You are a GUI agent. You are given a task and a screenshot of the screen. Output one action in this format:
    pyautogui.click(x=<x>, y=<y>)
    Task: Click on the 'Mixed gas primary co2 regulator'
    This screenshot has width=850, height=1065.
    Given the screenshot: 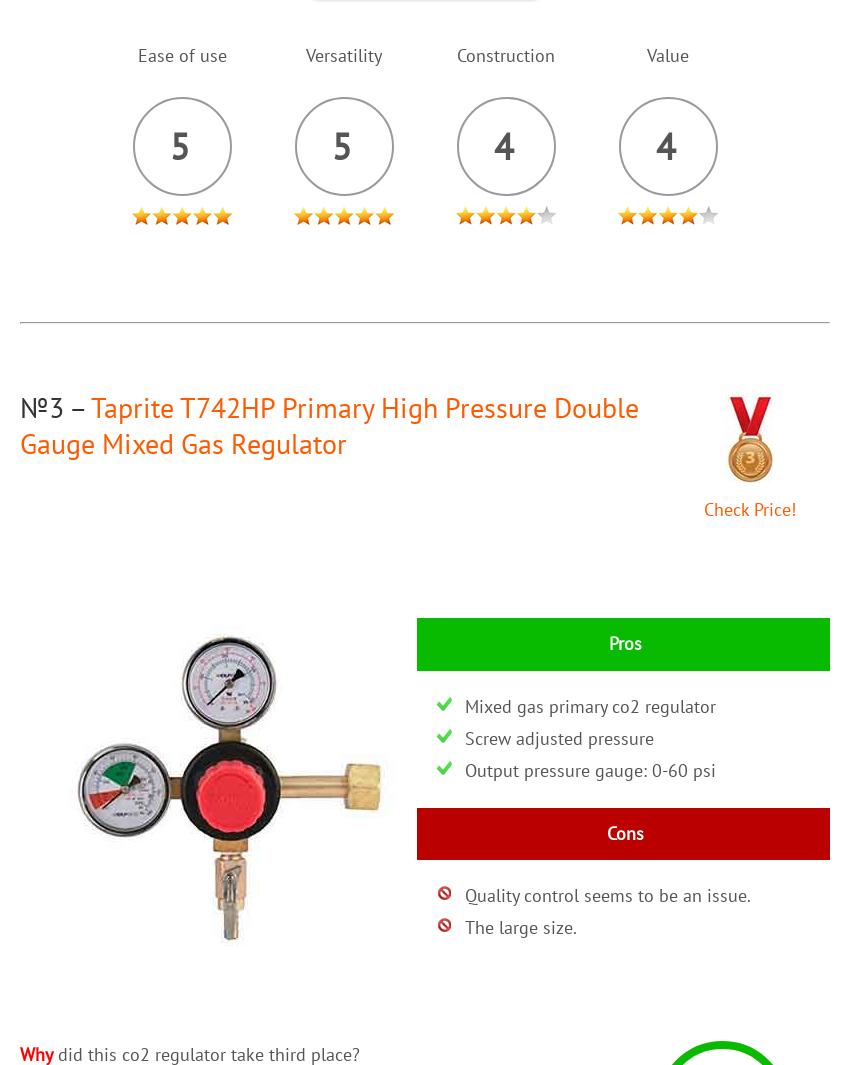 What is the action you would take?
    pyautogui.click(x=589, y=705)
    